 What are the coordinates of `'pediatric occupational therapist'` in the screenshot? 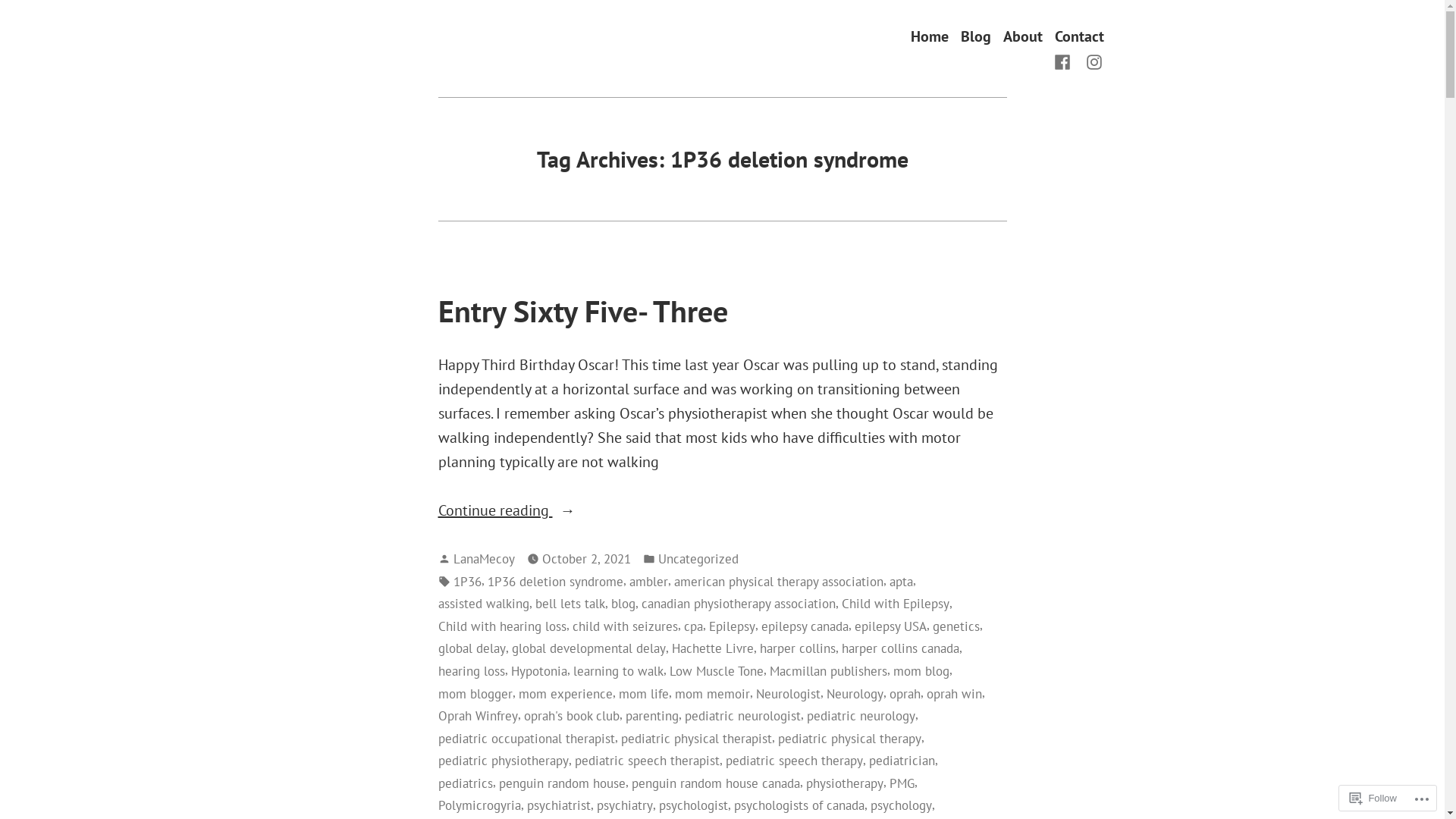 It's located at (526, 738).